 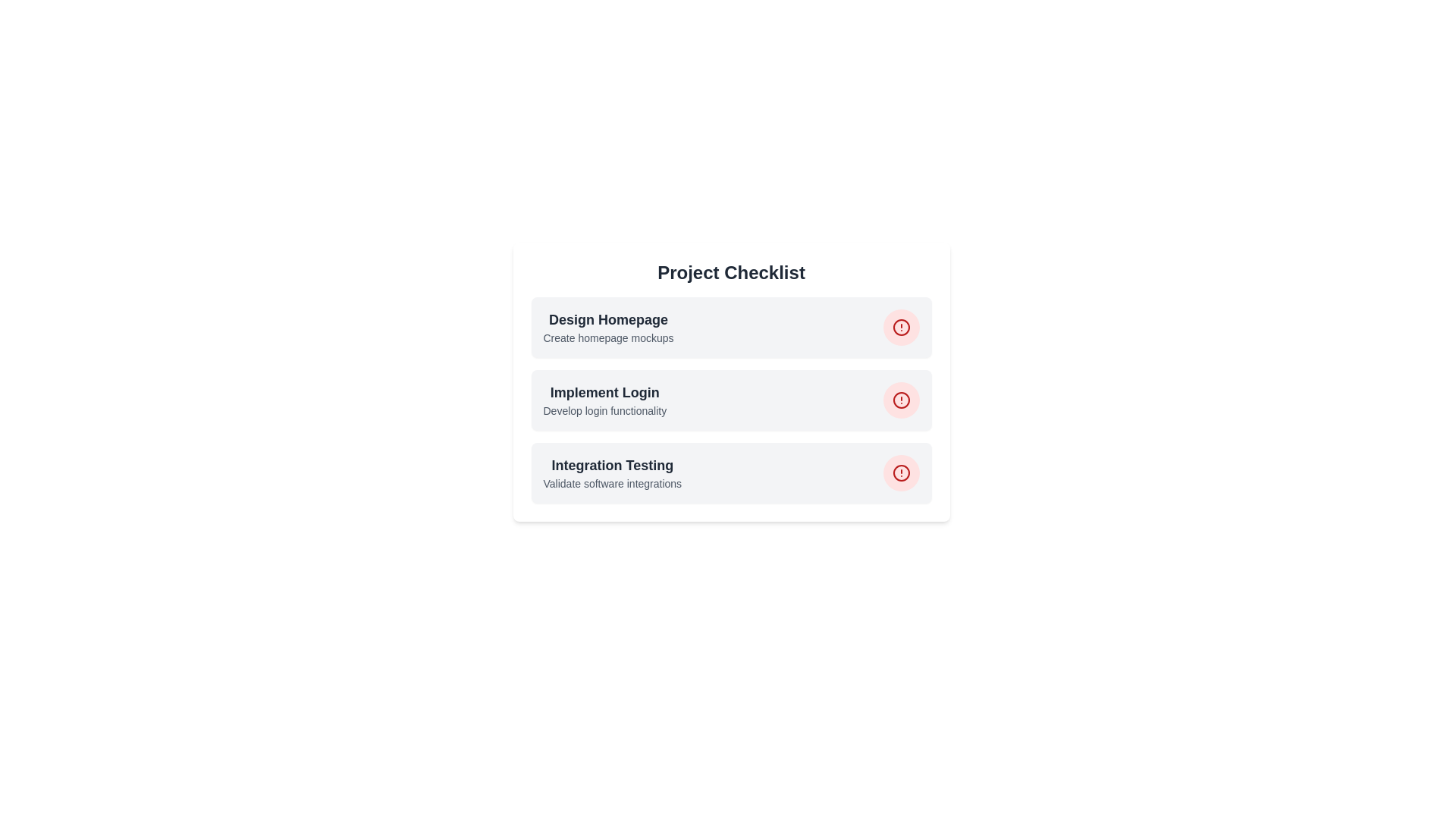 I want to click on content displayed in the descriptive subtitle located directly below the heading 'Implement Login' in the second item of the vertical list, so click(x=604, y=411).